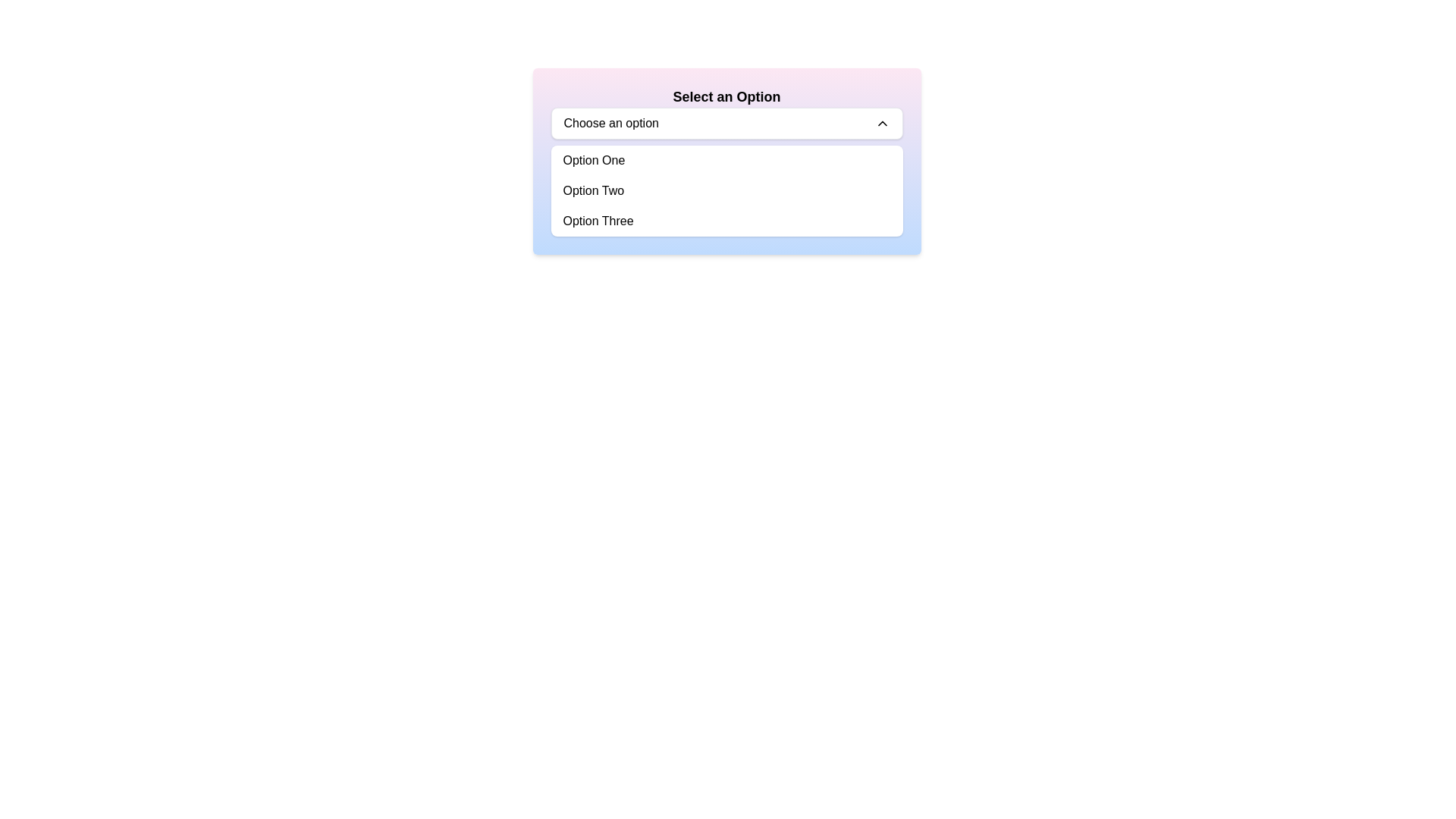  Describe the element at coordinates (726, 221) in the screenshot. I see `the 'Option Three' menu option located in the dropdown menu labeled 'Select an Option'` at that location.